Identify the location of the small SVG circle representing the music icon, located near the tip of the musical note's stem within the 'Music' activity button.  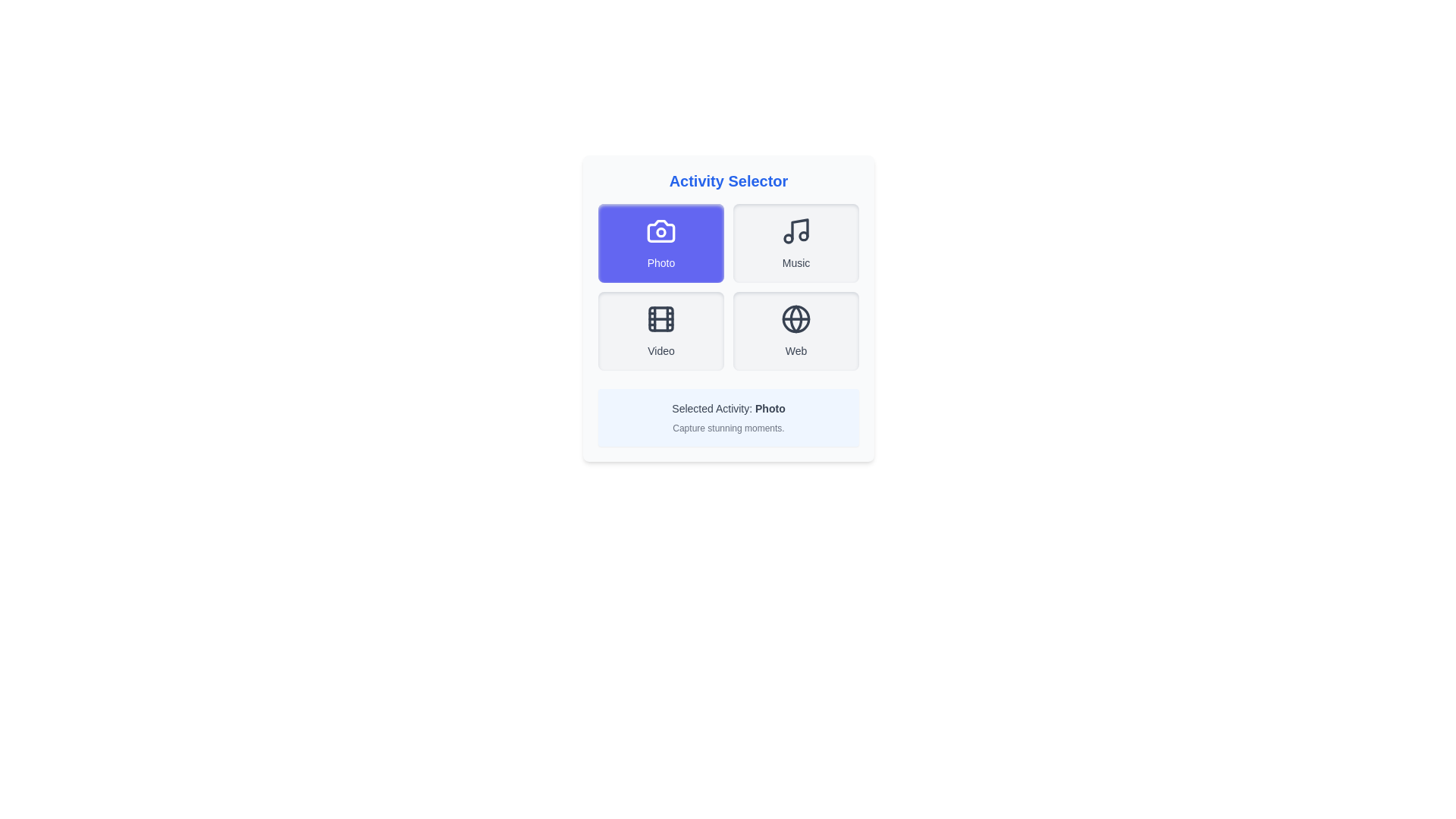
(803, 236).